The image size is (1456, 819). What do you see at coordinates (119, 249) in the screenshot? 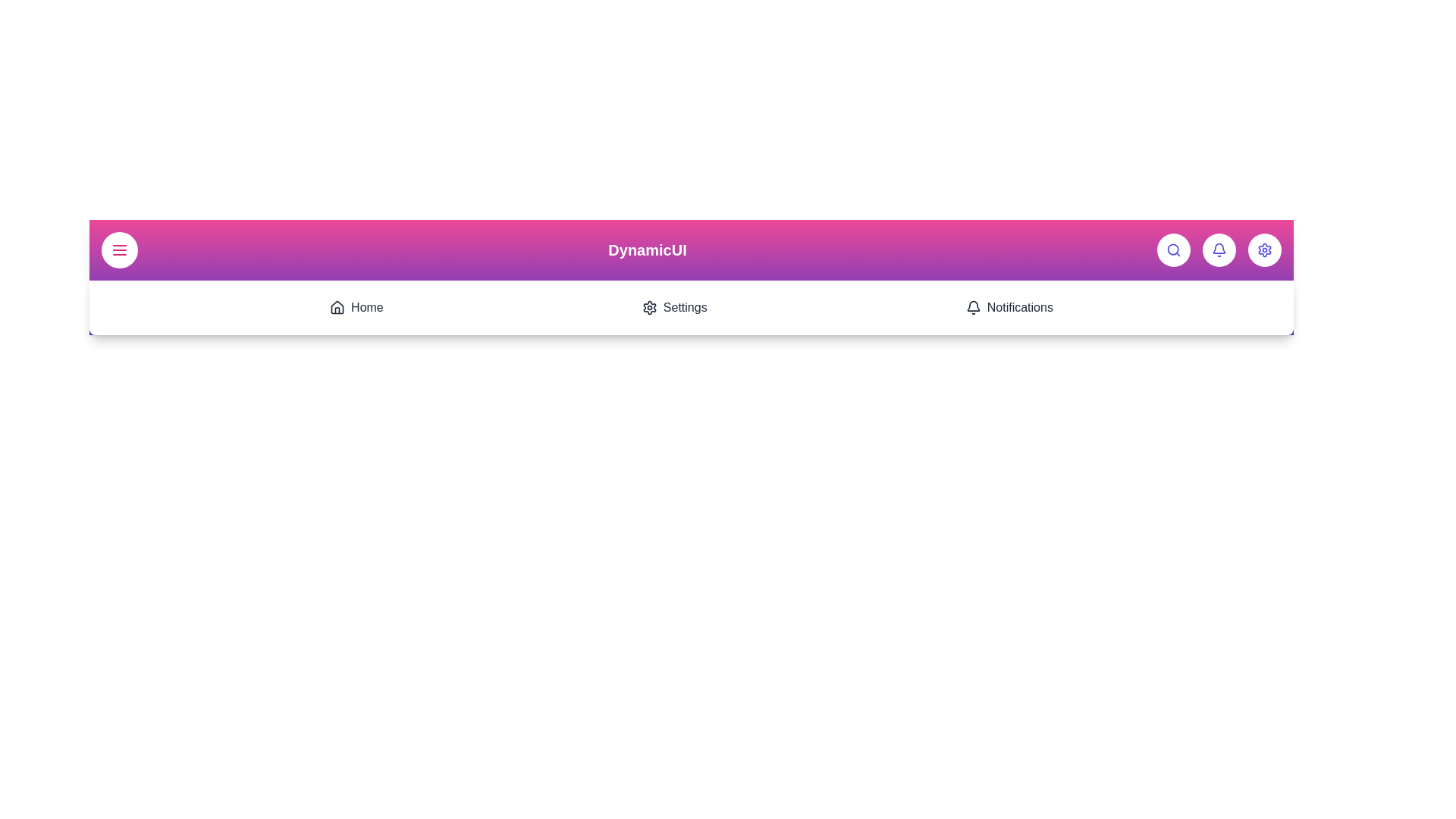
I see `the menu toggle button to toggle the menu open or closed` at bounding box center [119, 249].